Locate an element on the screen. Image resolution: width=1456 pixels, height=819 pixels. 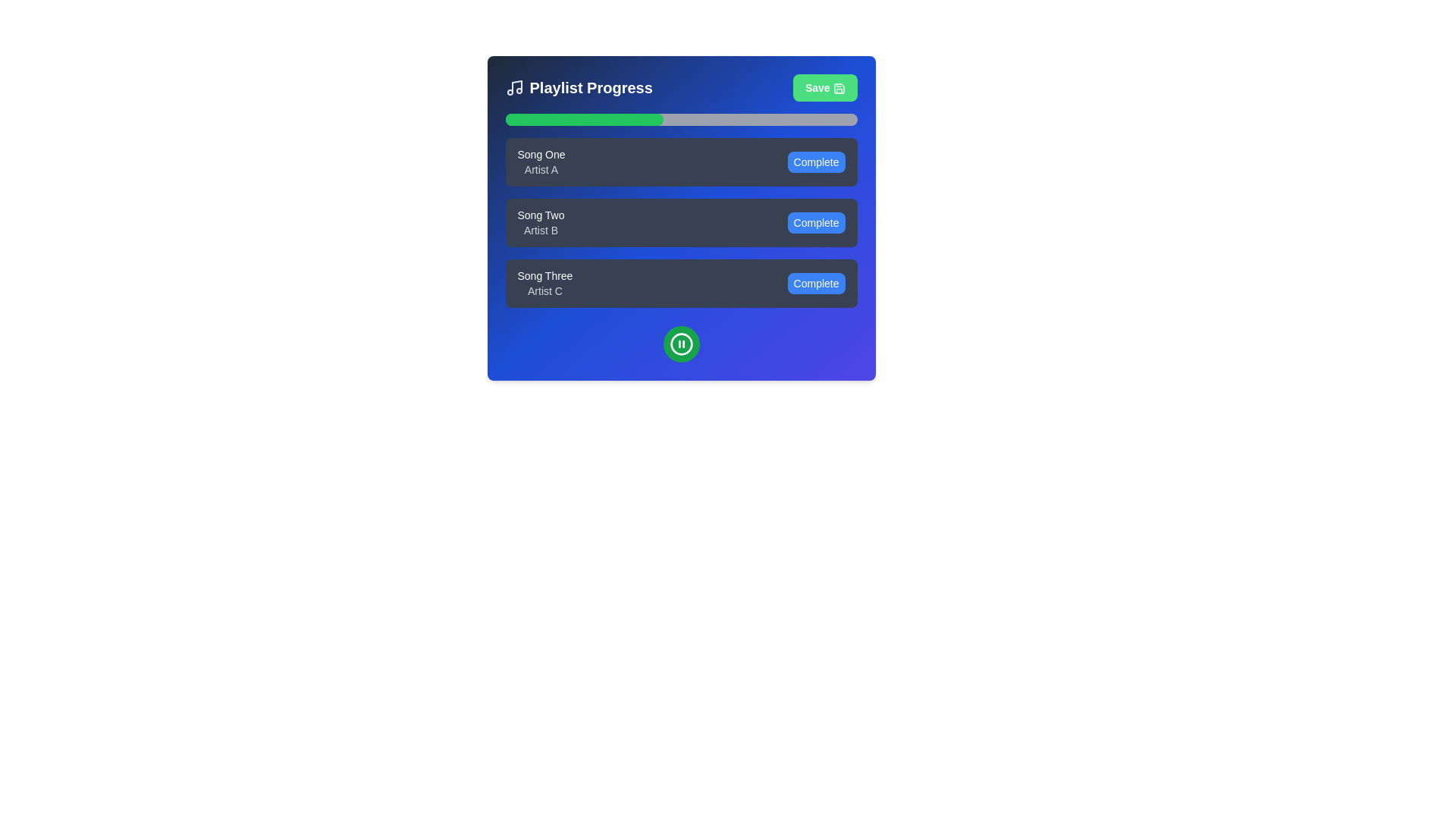
the pause/stop button located at the bottom of the main interface panel is located at coordinates (680, 344).